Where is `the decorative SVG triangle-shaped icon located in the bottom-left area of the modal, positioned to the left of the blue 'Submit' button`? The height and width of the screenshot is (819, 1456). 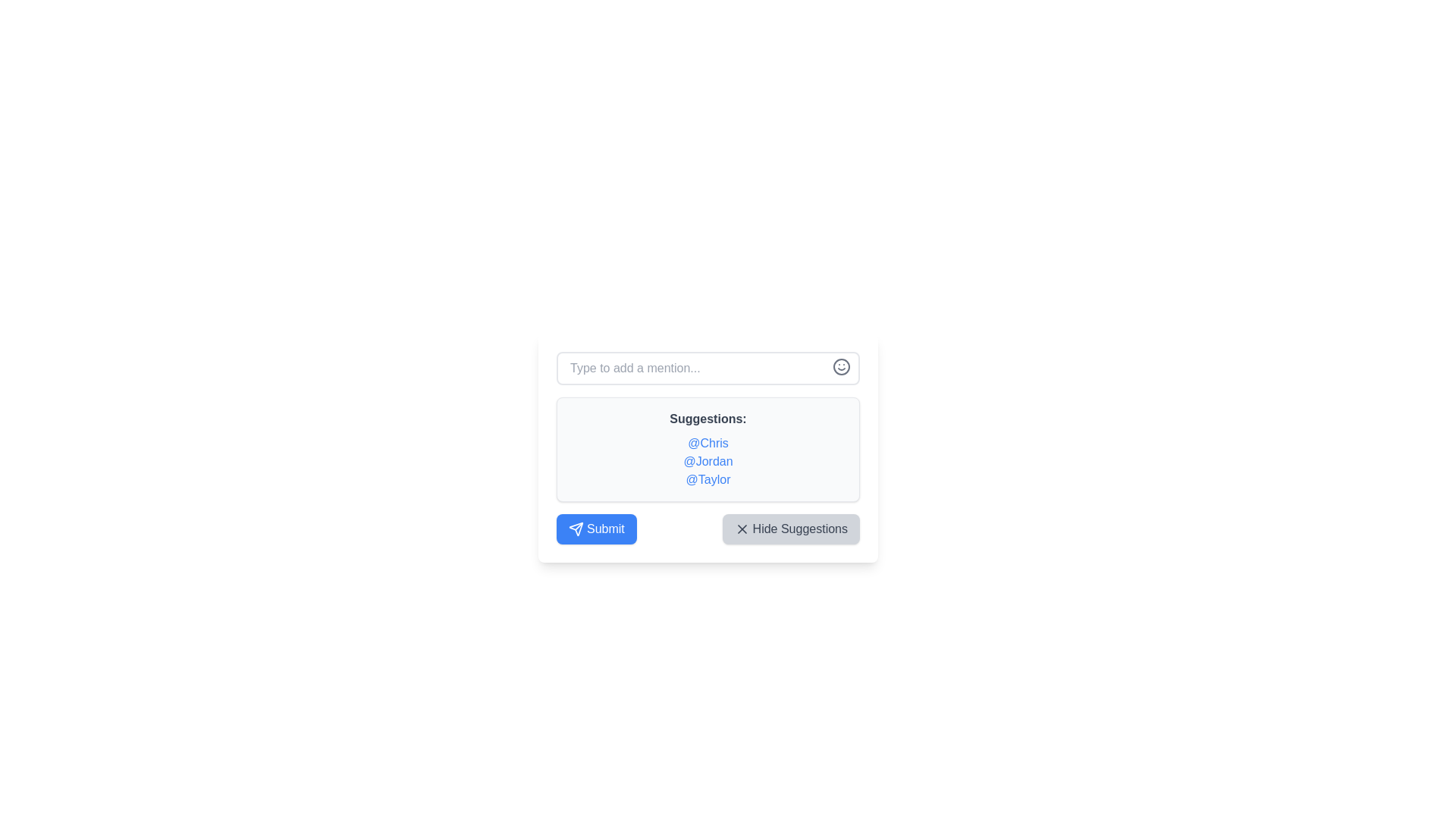
the decorative SVG triangle-shaped icon located in the bottom-left area of the modal, positioned to the left of the blue 'Submit' button is located at coordinates (575, 529).